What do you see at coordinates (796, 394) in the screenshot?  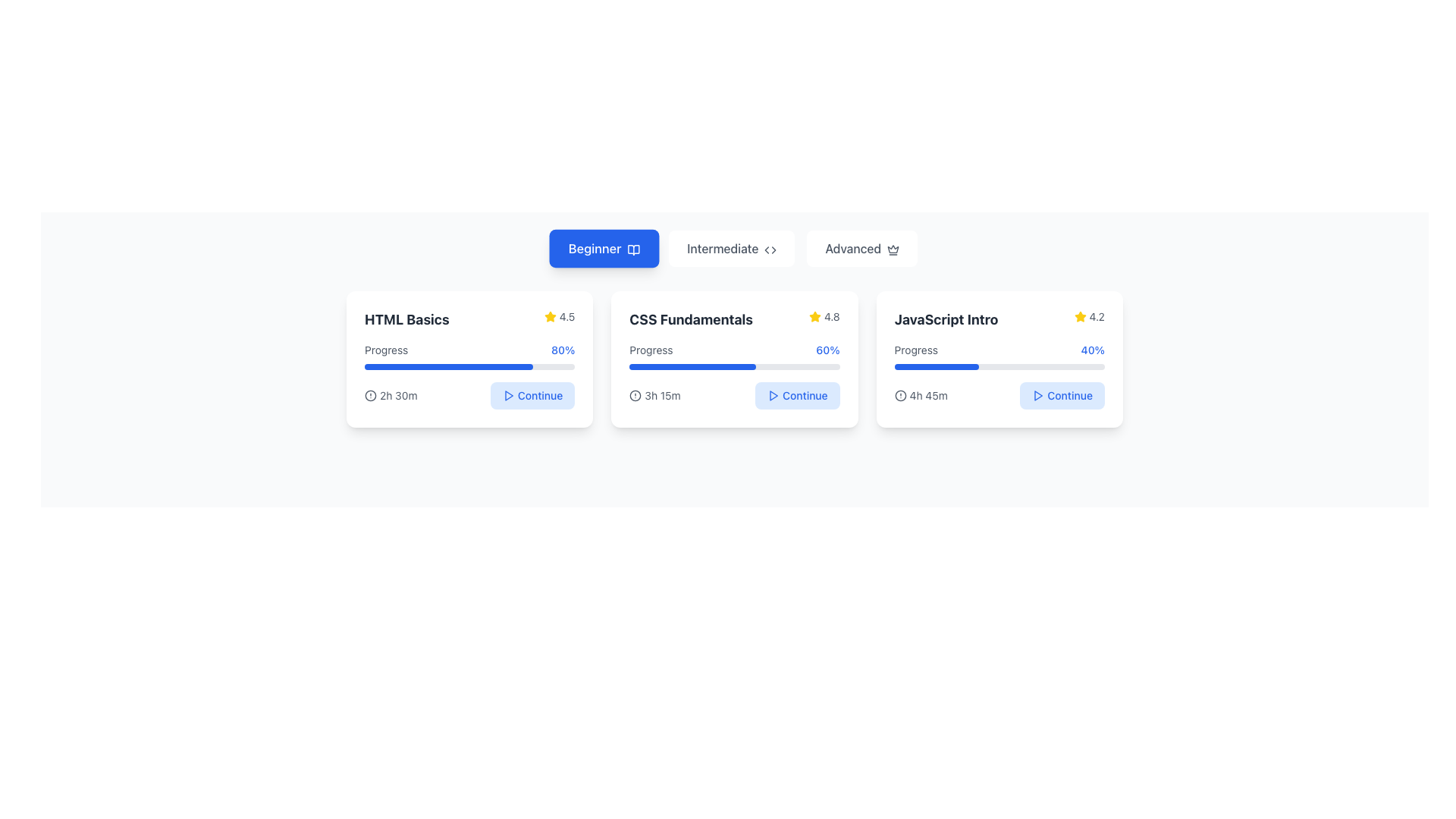 I see `the 'Continue' button with an embedded play icon` at bounding box center [796, 394].